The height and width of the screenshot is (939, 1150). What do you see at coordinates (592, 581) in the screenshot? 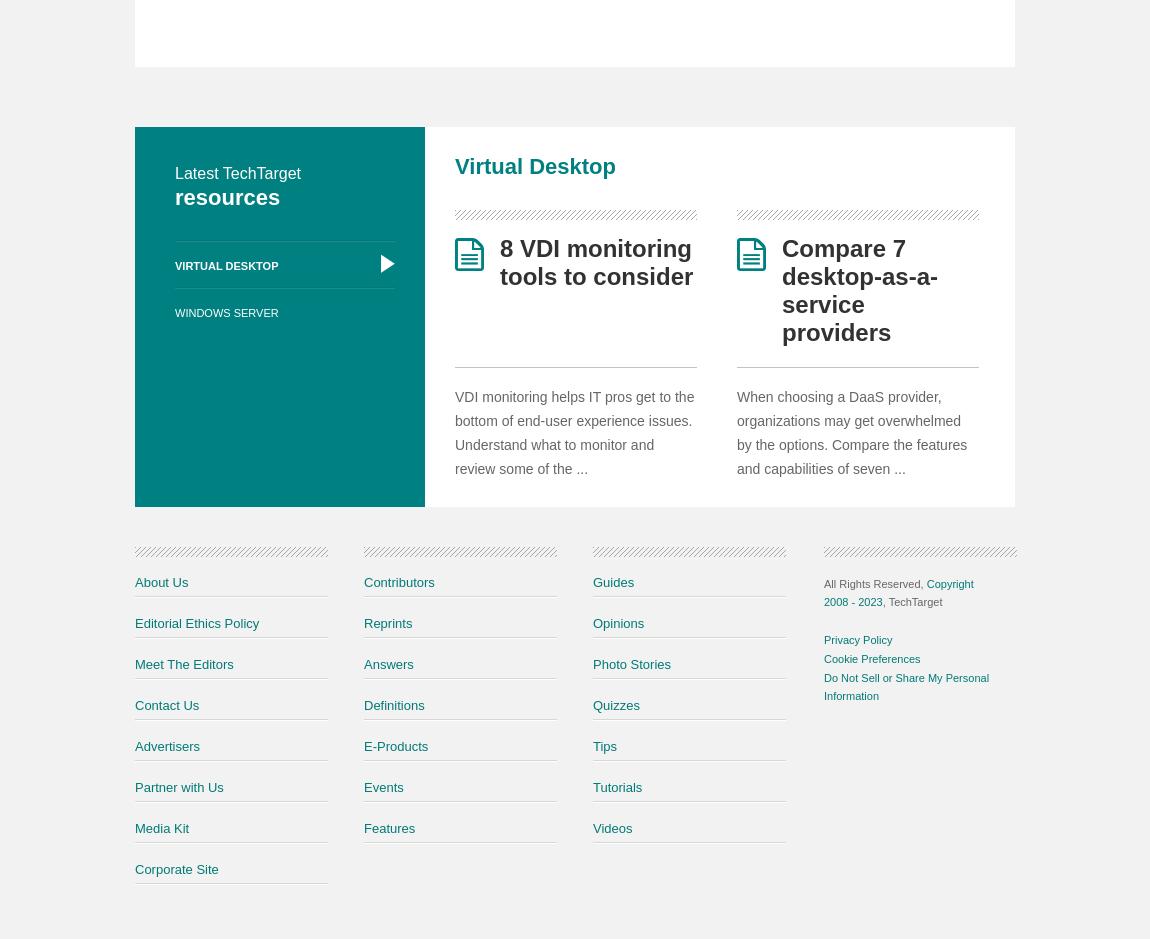
I see `'Guides'` at bounding box center [592, 581].